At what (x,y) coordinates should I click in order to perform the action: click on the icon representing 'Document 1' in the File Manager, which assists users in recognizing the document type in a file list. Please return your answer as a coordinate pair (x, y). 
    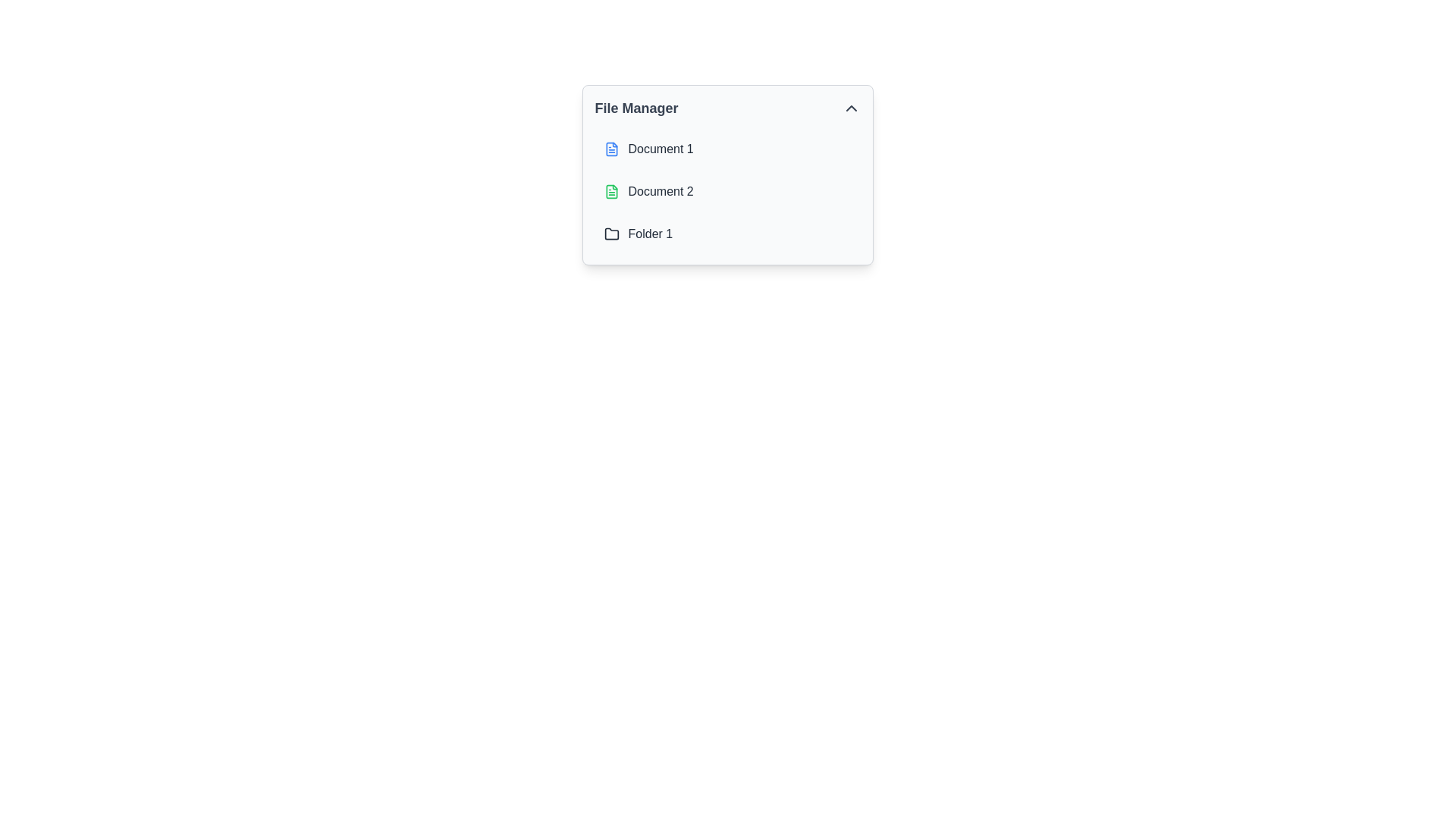
    Looking at the image, I should click on (611, 149).